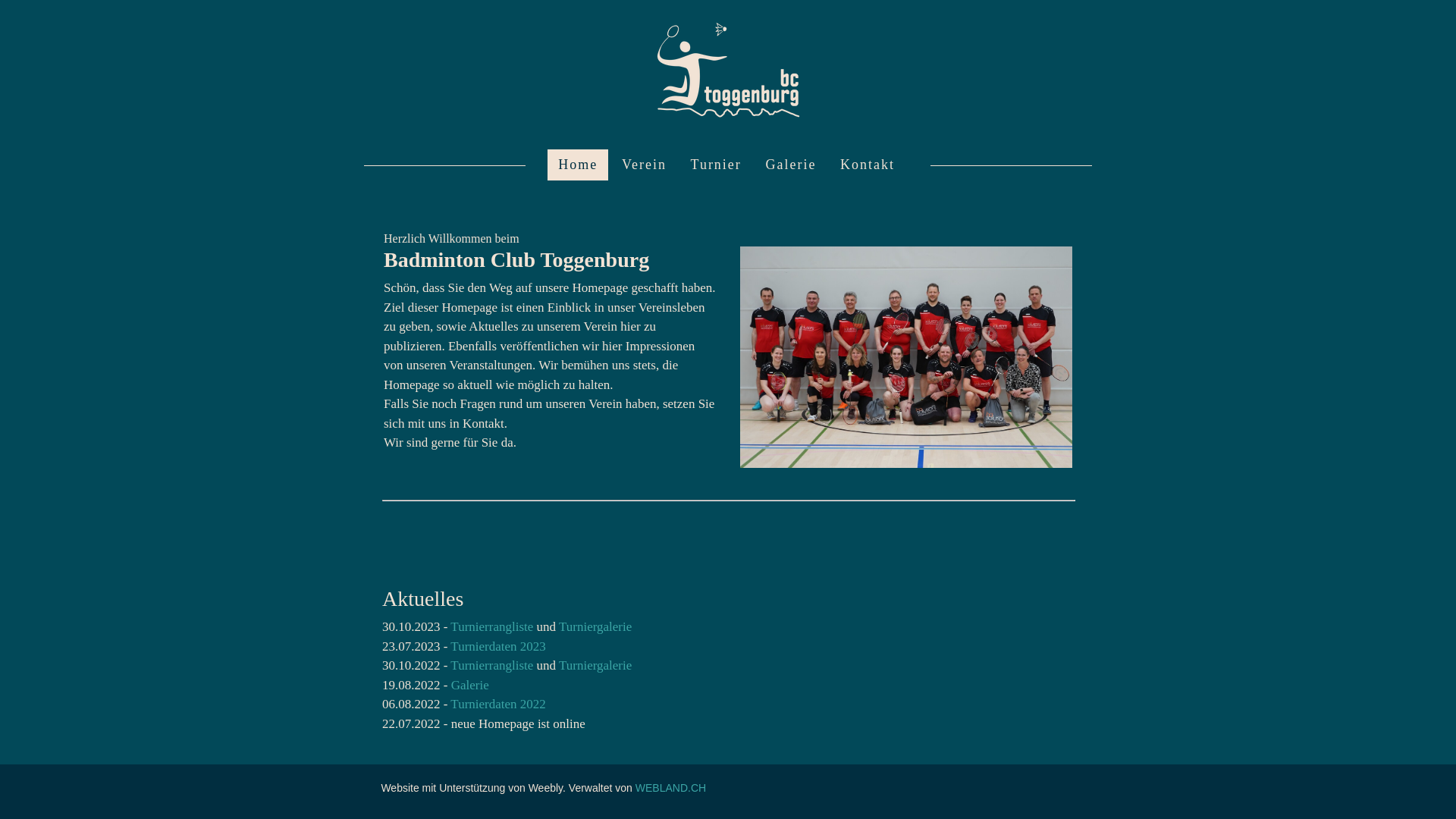 The height and width of the screenshot is (819, 1456). What do you see at coordinates (450, 664) in the screenshot?
I see `'Turnierrangliste'` at bounding box center [450, 664].